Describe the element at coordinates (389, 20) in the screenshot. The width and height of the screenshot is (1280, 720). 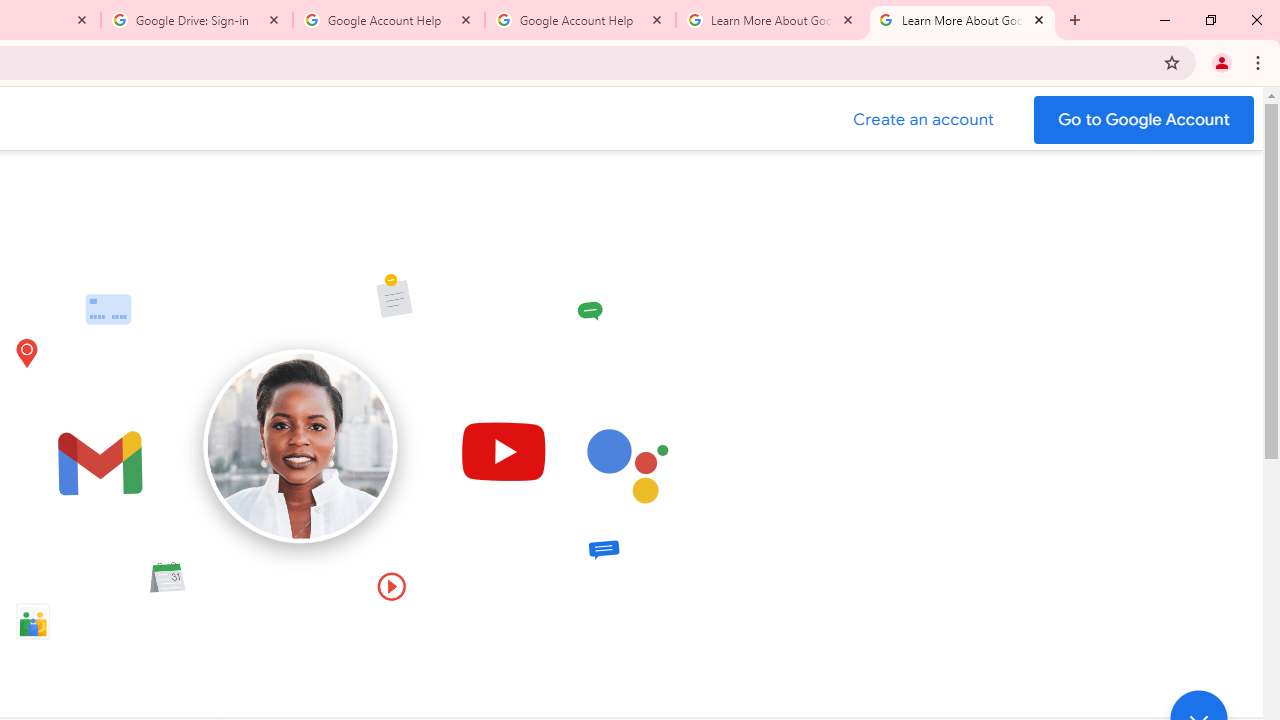
I see `'Google Account Help'` at that location.